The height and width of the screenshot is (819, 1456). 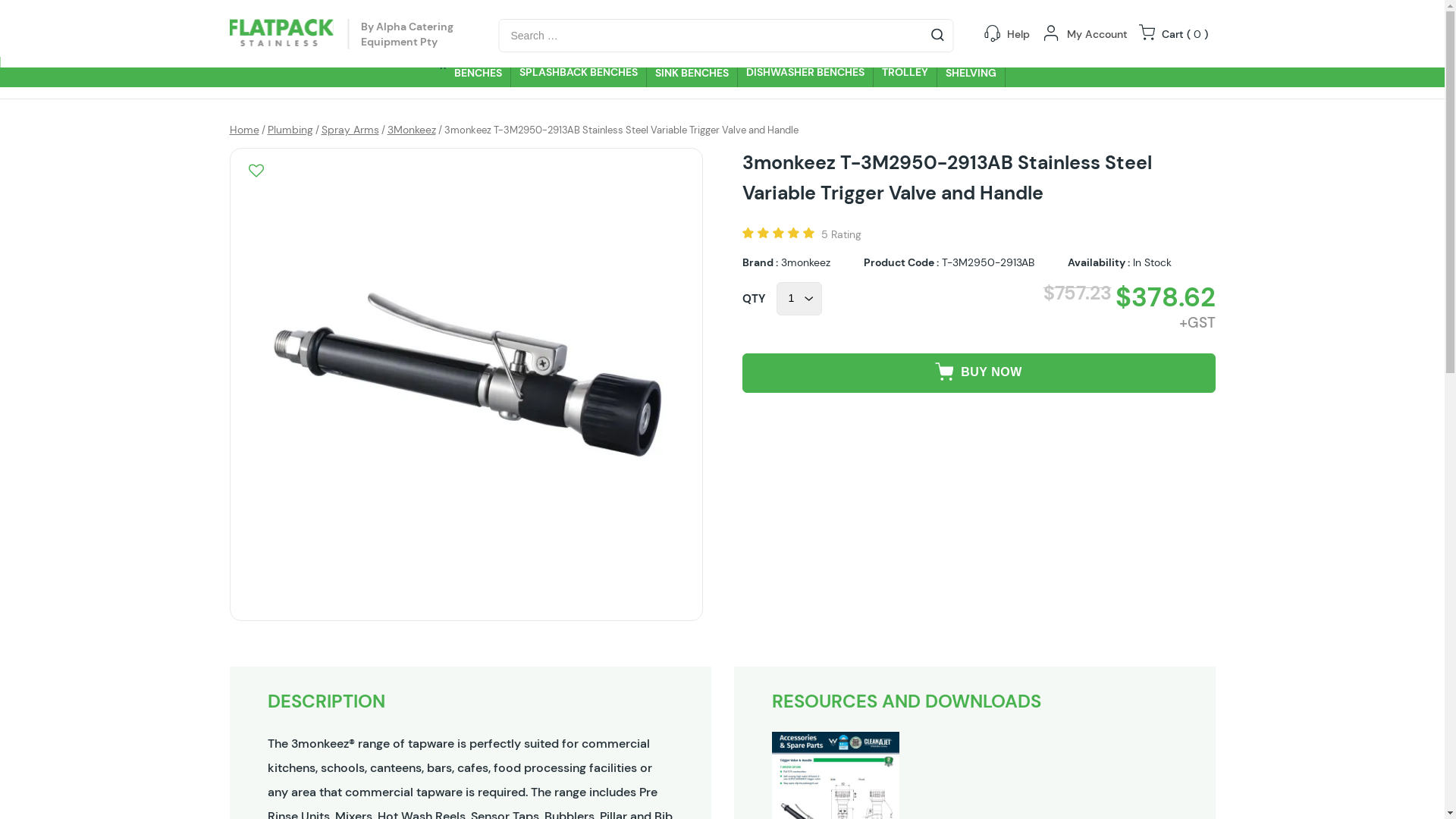 What do you see at coordinates (243, 128) in the screenshot?
I see `'Home'` at bounding box center [243, 128].